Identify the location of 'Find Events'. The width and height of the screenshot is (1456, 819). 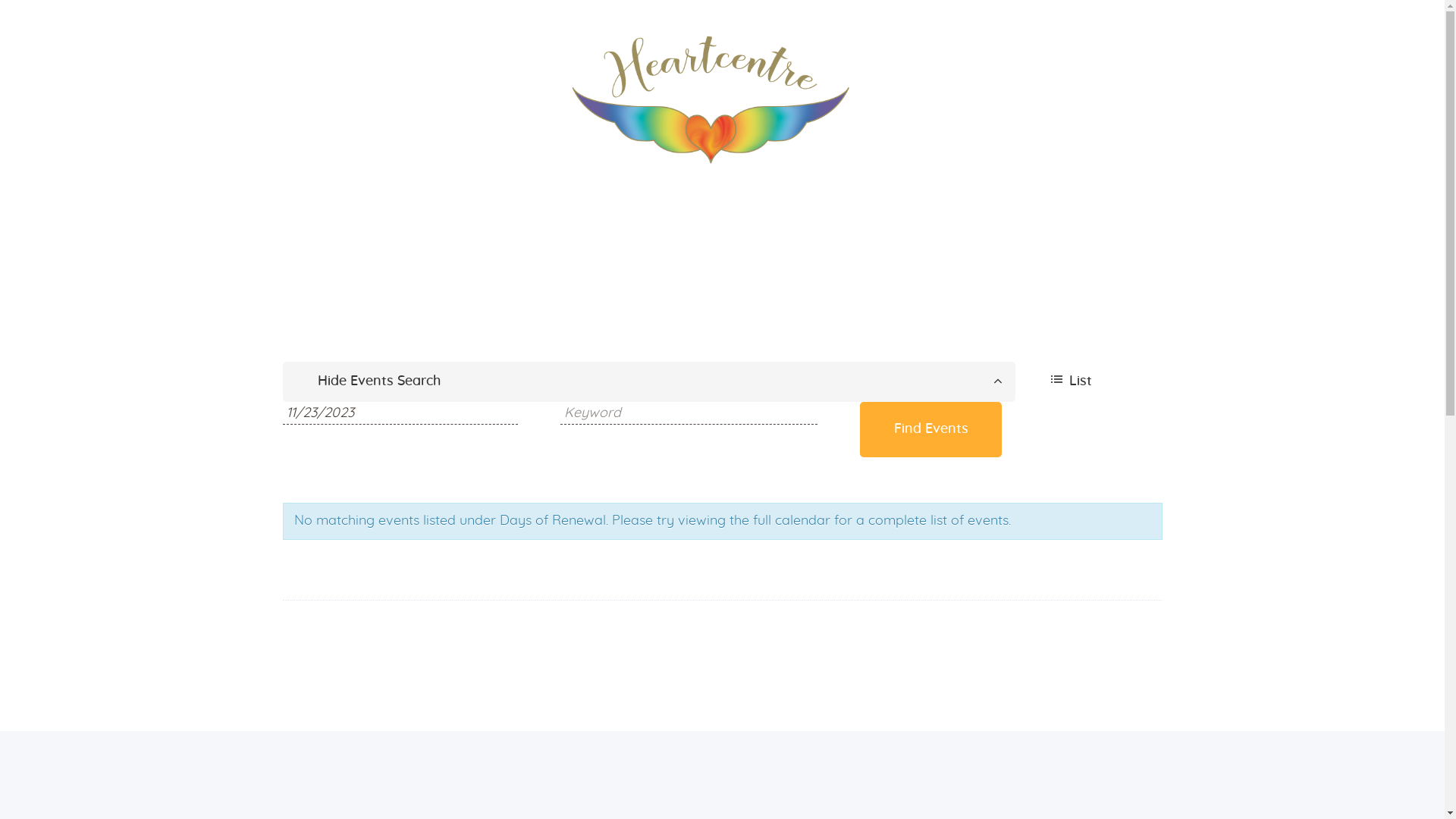
(930, 429).